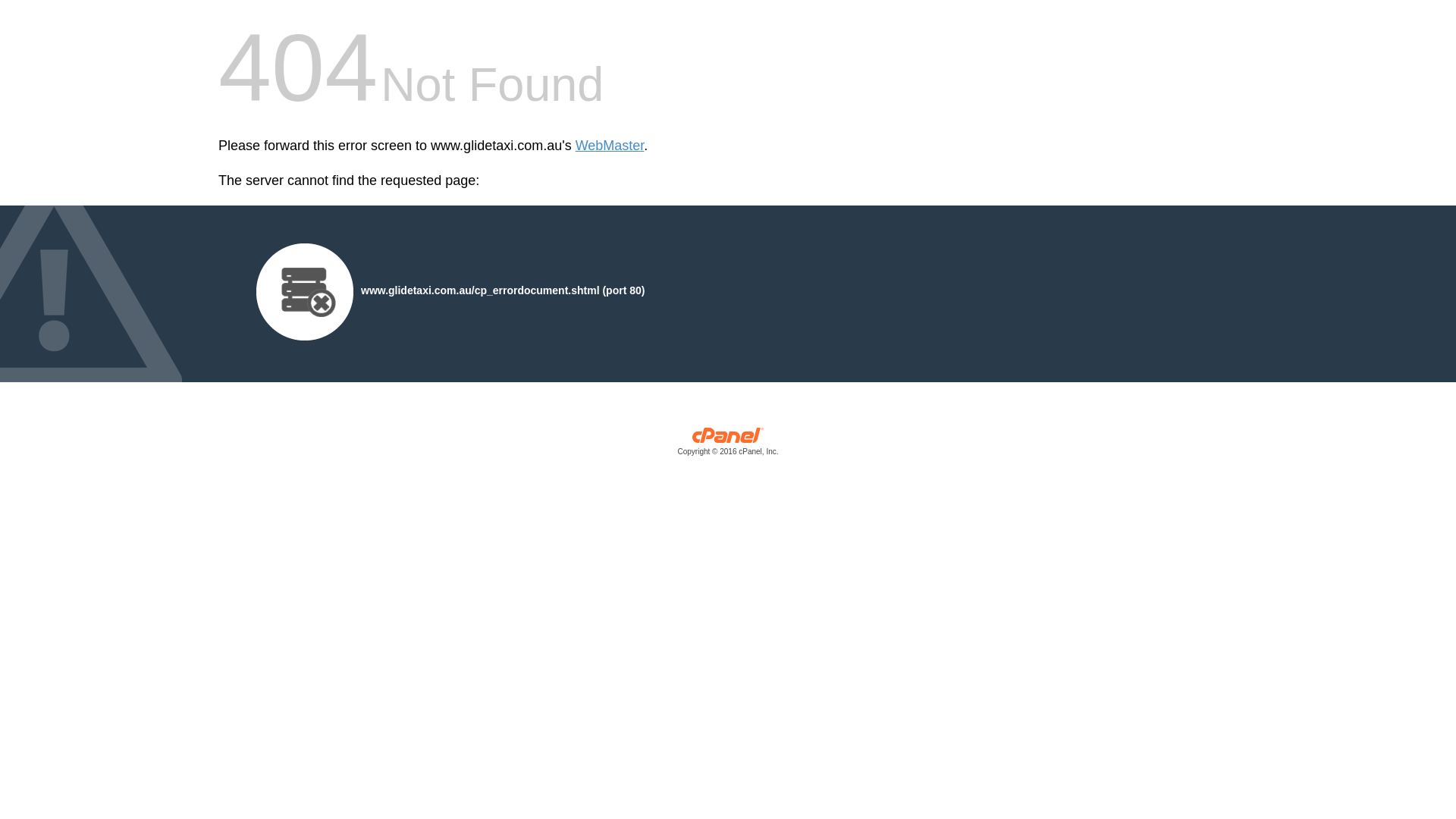 The width and height of the screenshot is (1456, 819). Describe the element at coordinates (610, 146) in the screenshot. I see `'WebMaster'` at that location.